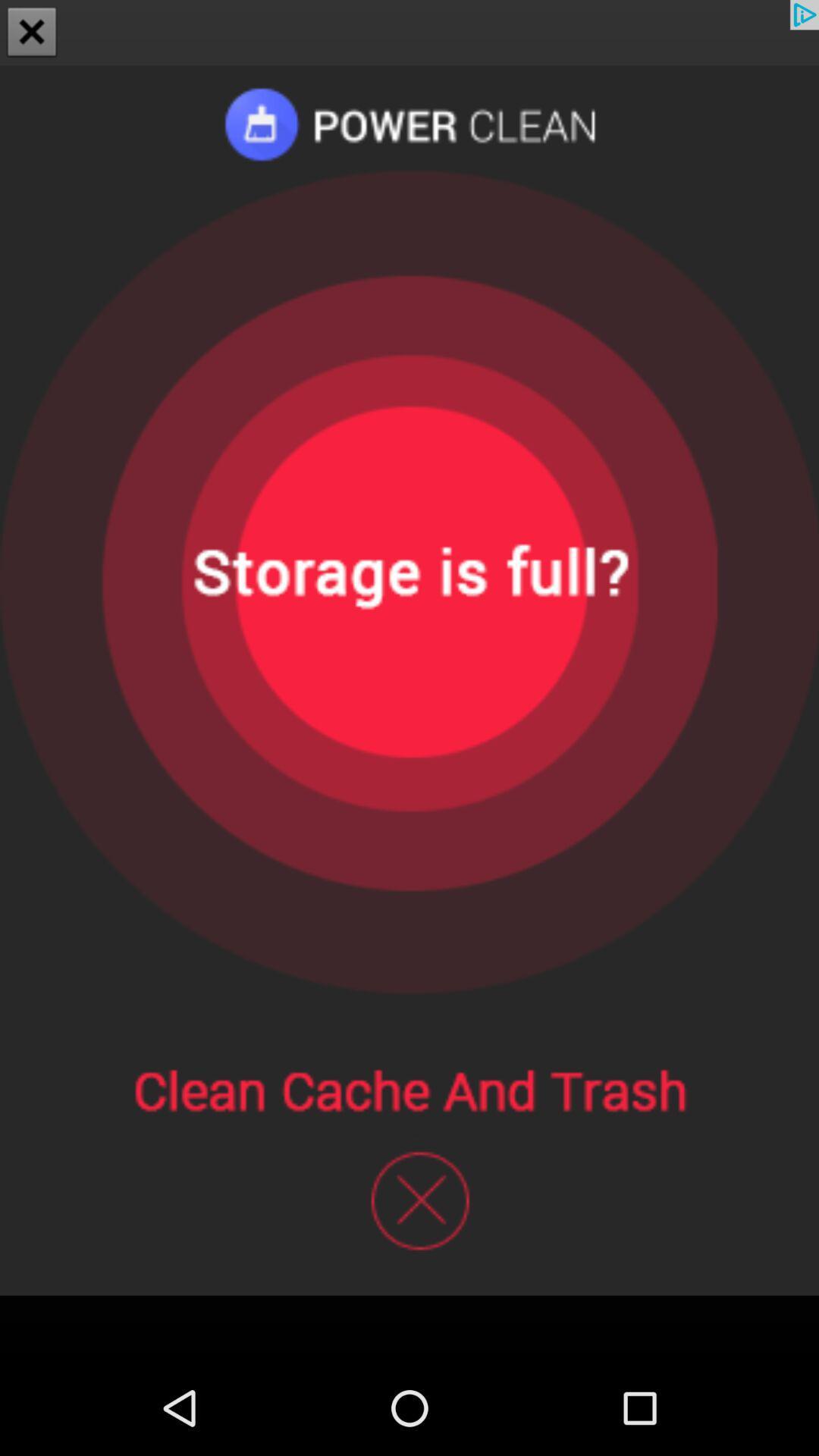 This screenshot has width=819, height=1456. Describe the element at coordinates (32, 33) in the screenshot. I see `the close icon` at that location.